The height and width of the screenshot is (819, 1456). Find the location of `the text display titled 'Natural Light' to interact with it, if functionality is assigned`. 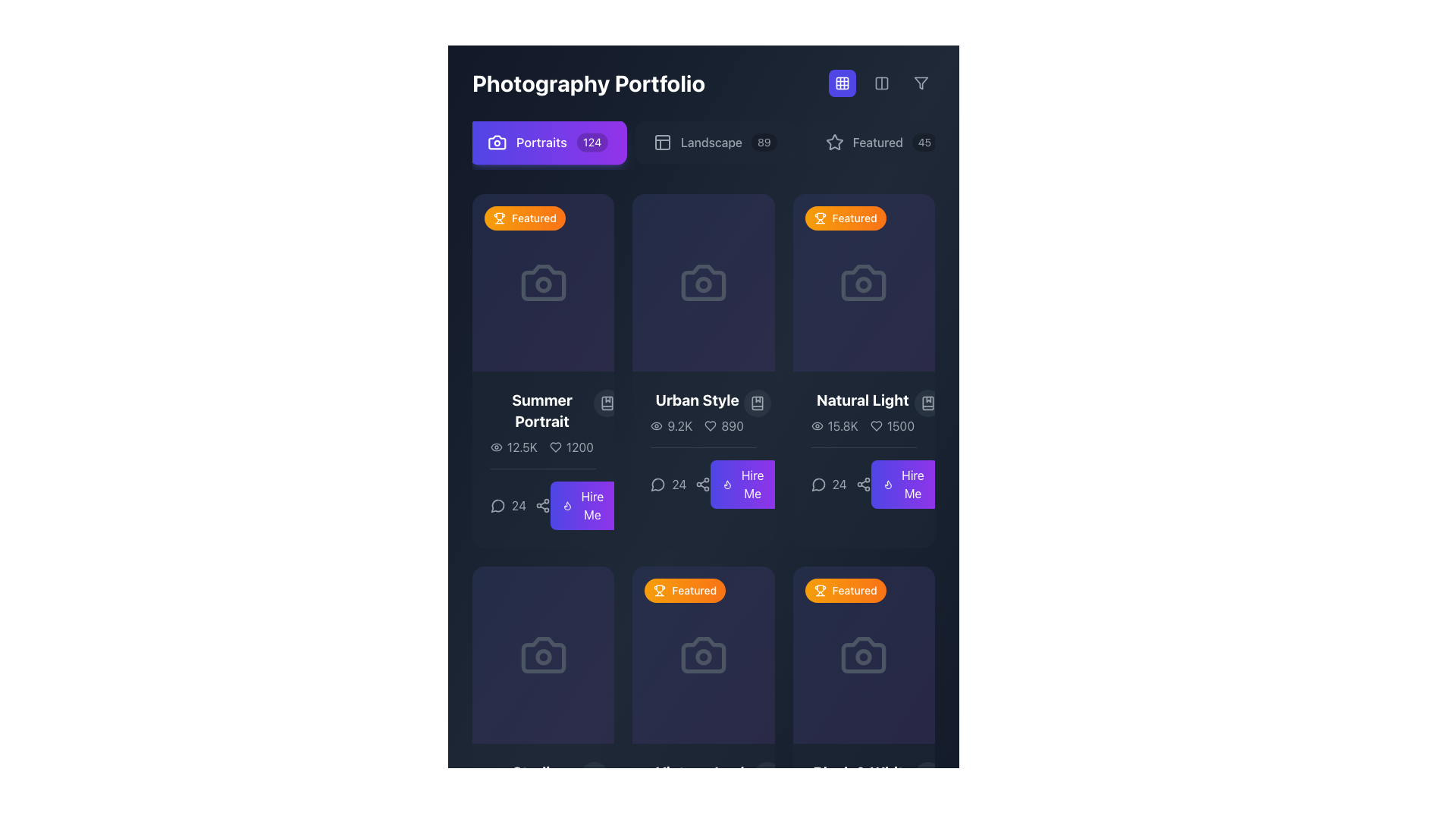

the text display titled 'Natural Light' to interact with it, if functionality is assigned is located at coordinates (862, 413).